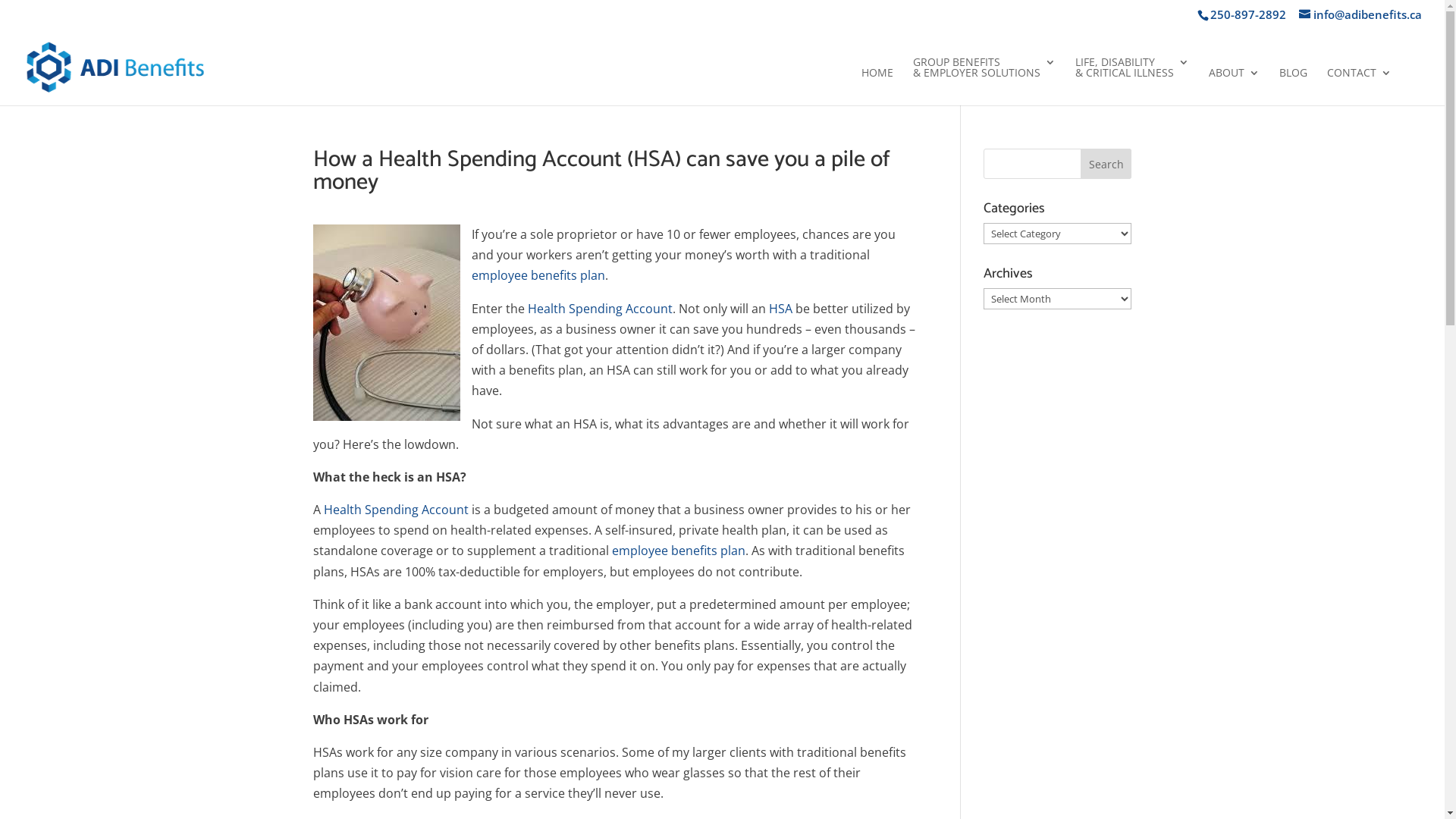 The width and height of the screenshot is (1456, 819). I want to click on 'GROUP BENEFITS, so click(912, 80).